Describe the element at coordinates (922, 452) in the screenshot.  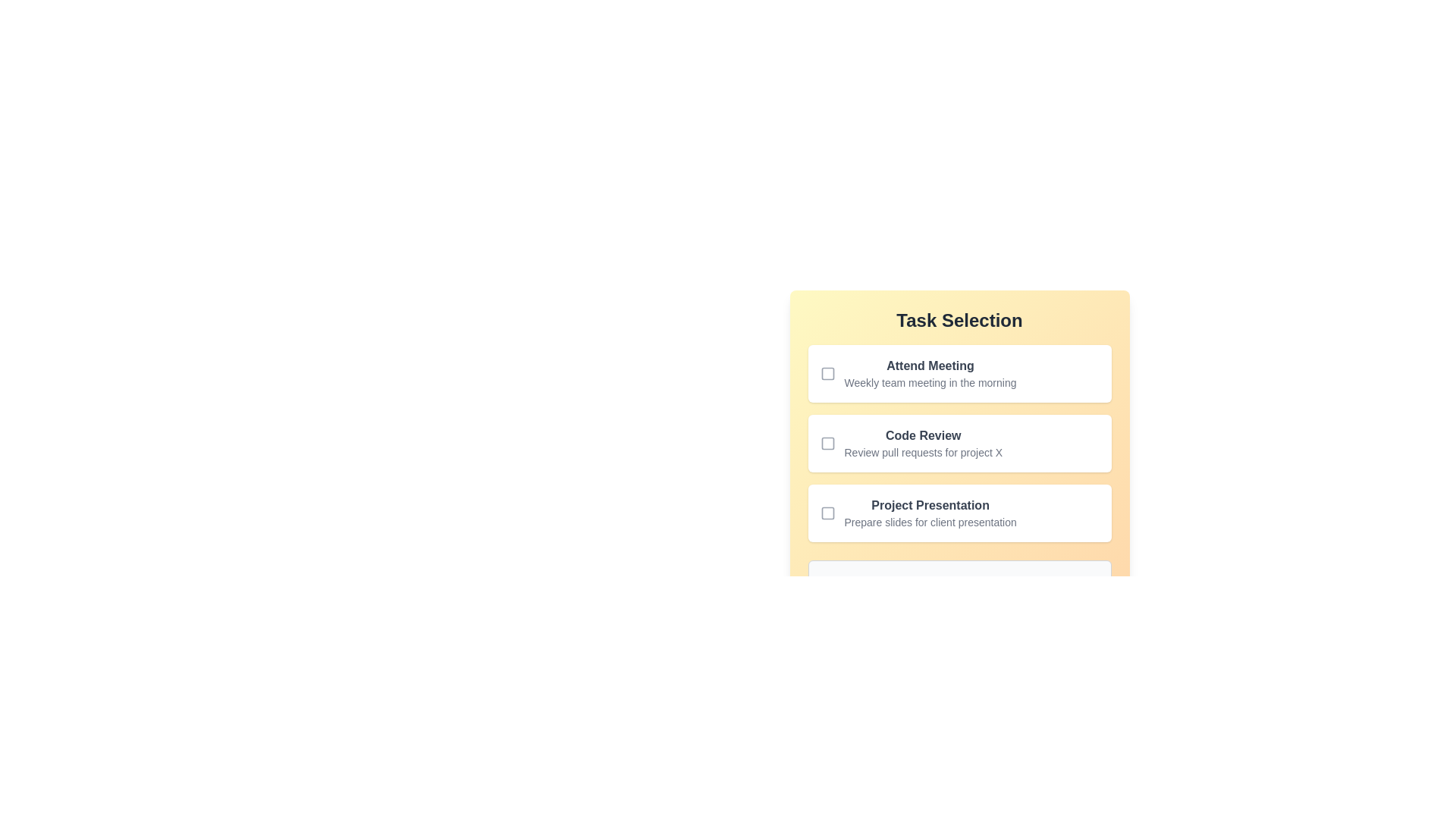
I see `the descriptive text element that reads 'Review pull requests for project X', which is located beneath the bold title 'Code Review'` at that location.